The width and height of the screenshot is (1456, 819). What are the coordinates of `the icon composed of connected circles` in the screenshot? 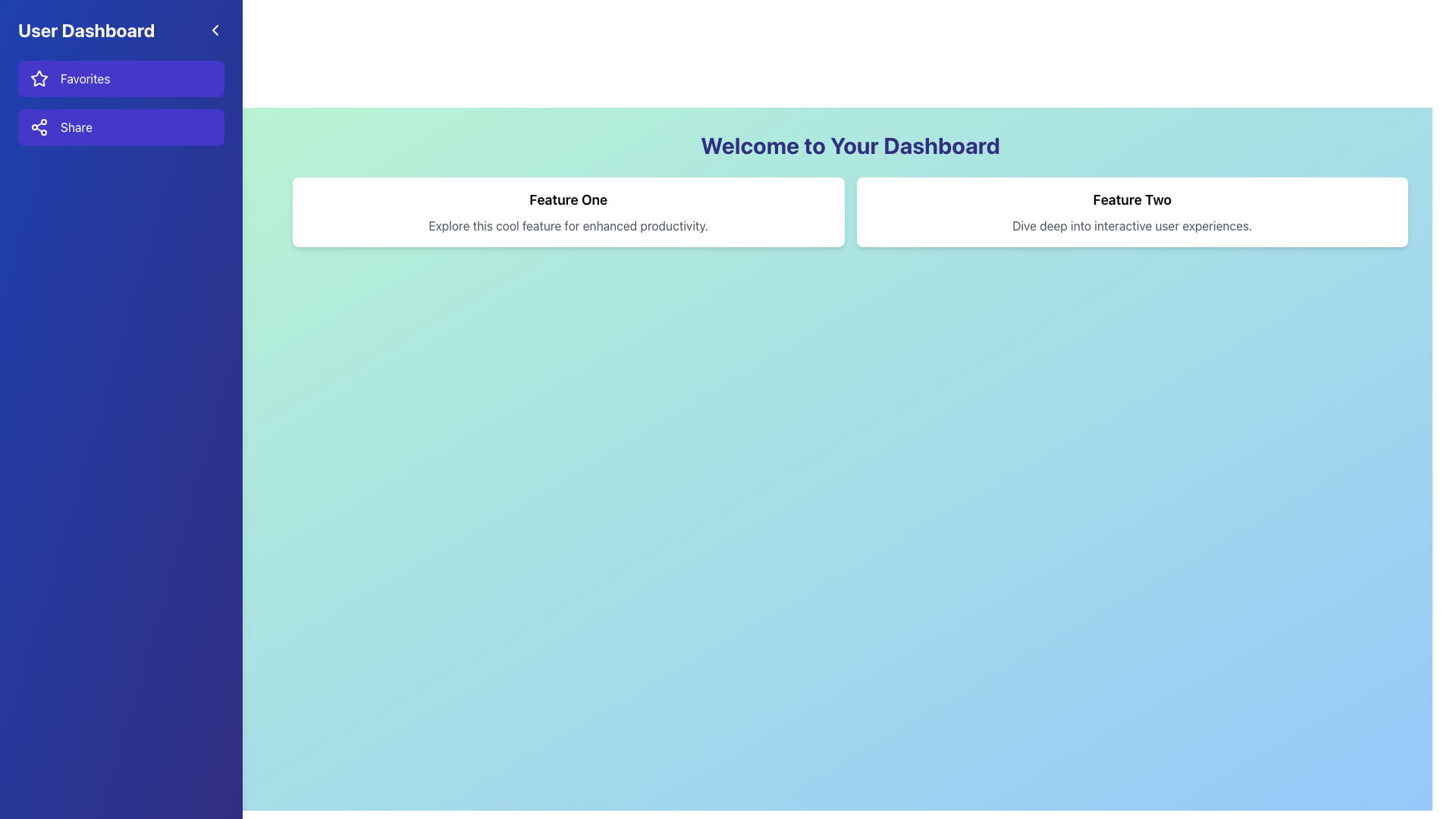 It's located at (39, 127).